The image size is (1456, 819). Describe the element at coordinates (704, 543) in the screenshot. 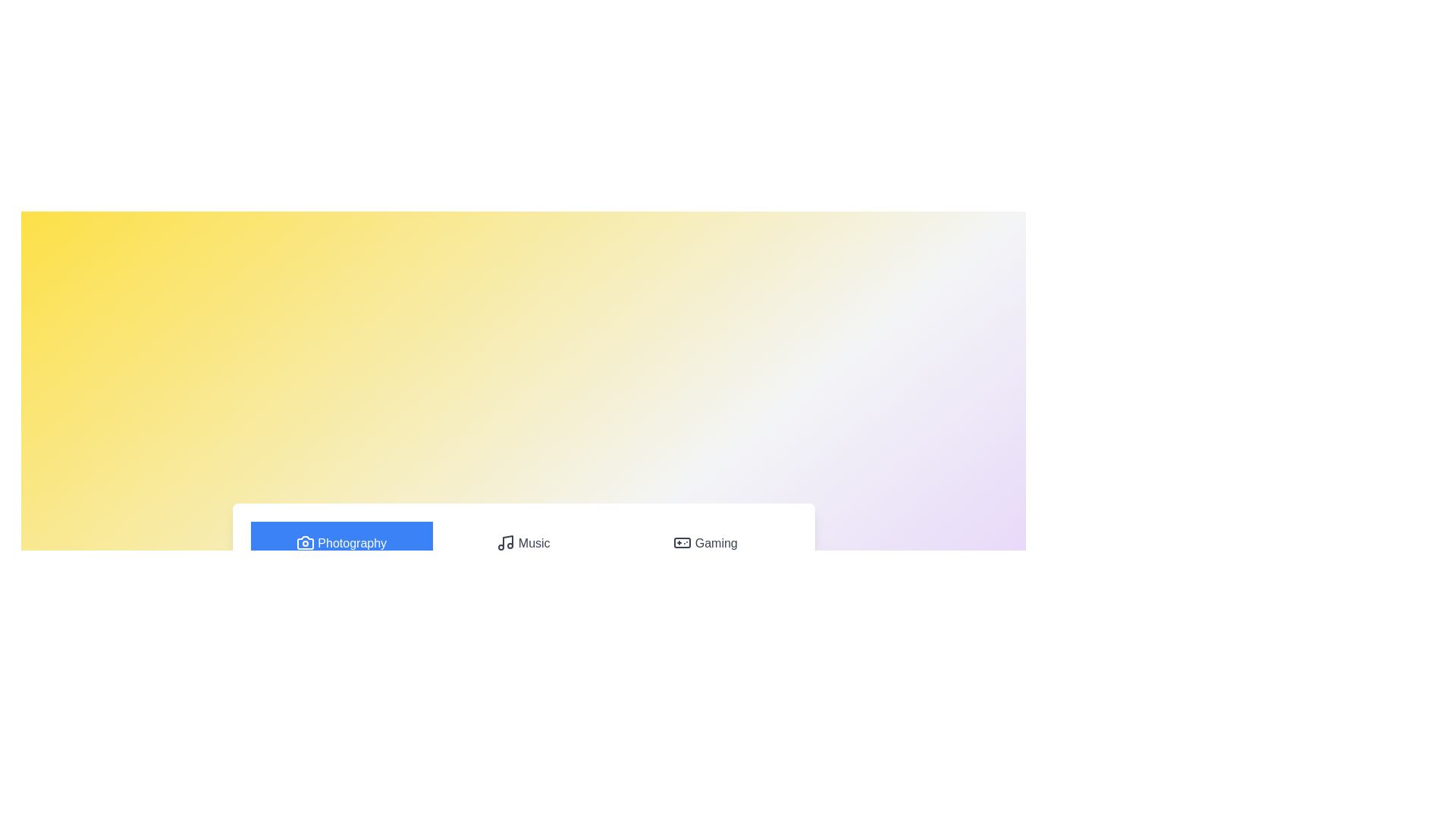

I see `the tab labeled Gaming` at that location.